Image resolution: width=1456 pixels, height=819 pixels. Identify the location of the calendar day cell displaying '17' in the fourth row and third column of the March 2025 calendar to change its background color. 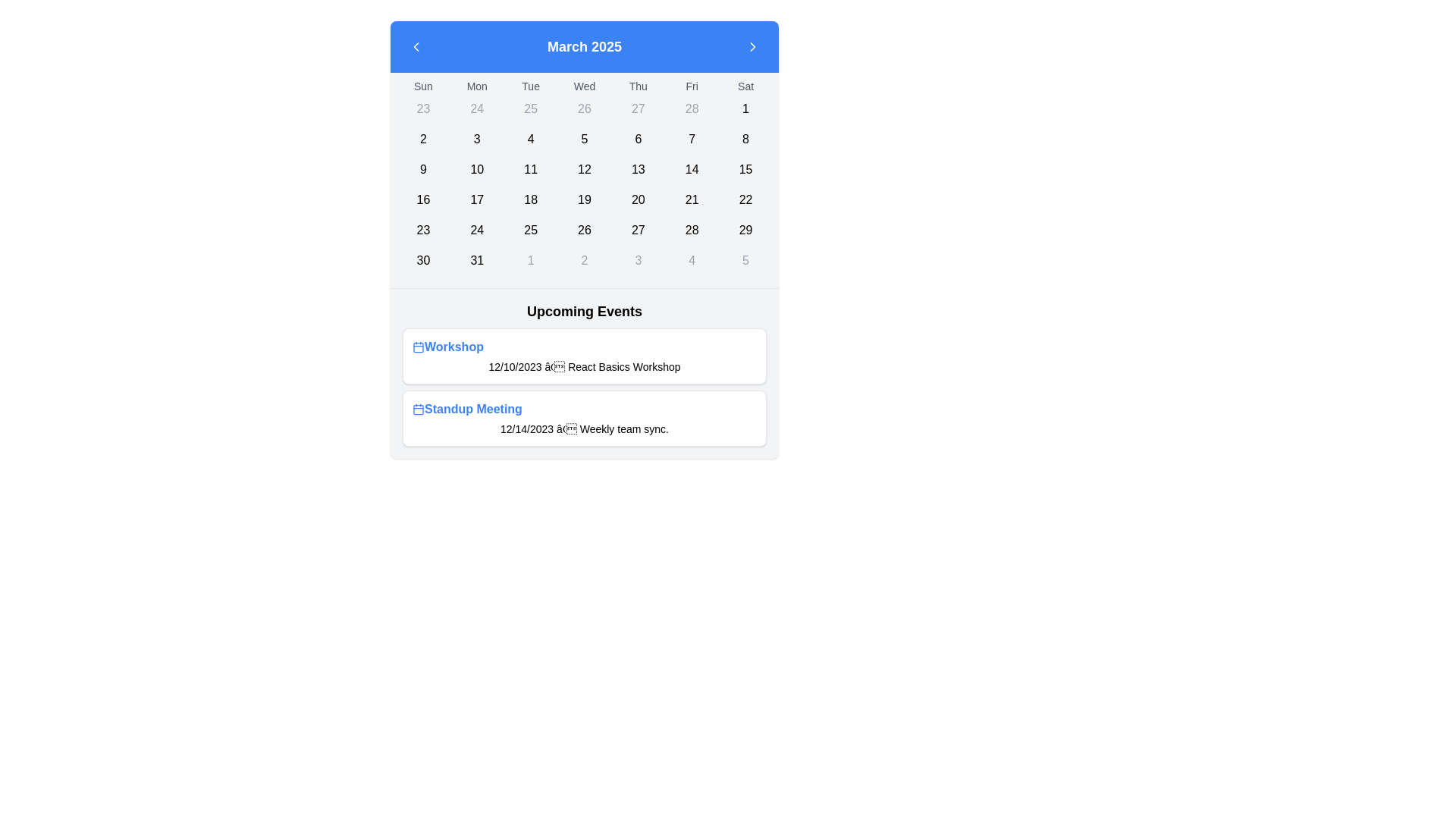
(476, 199).